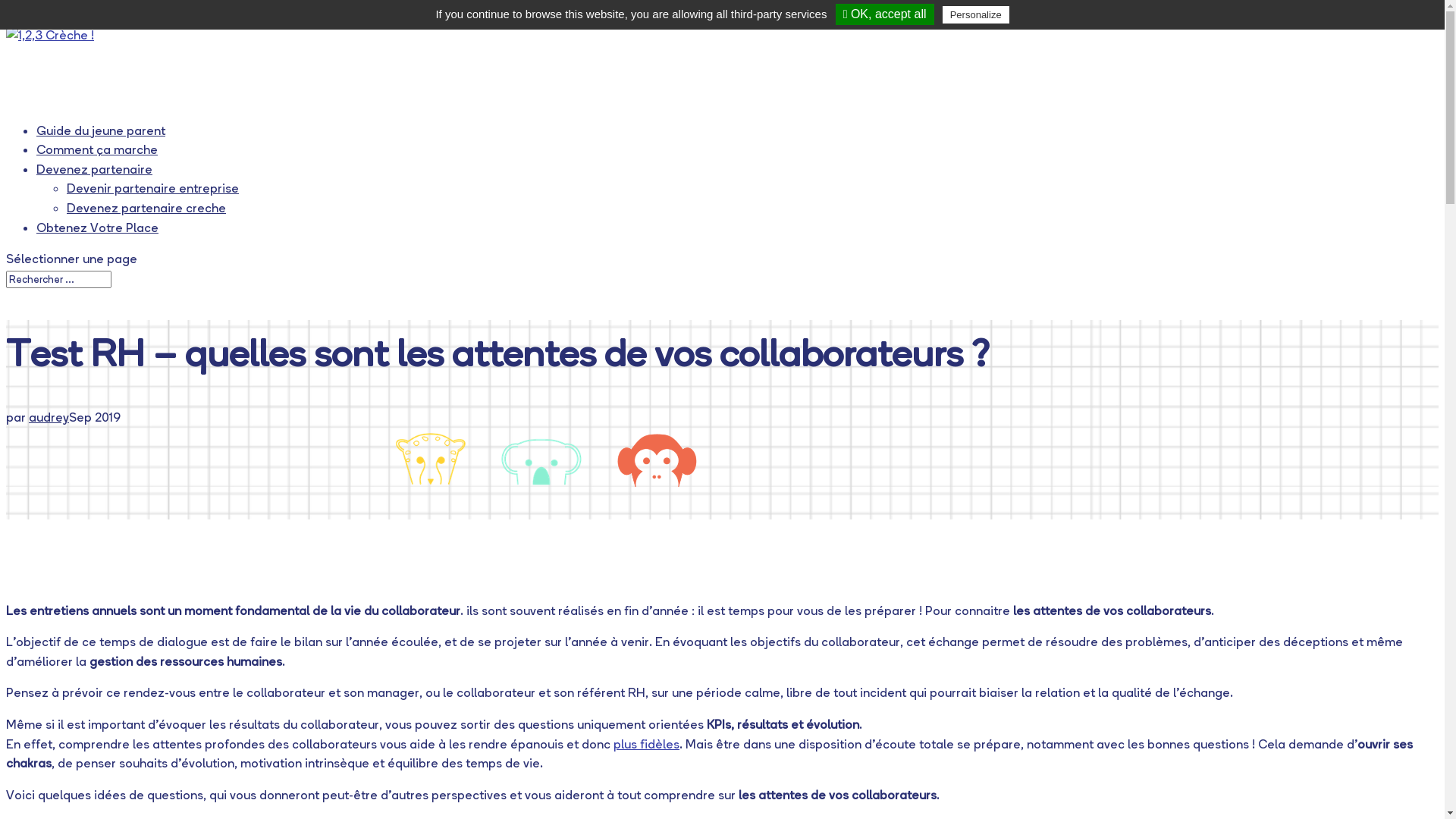 The image size is (1456, 819). What do you see at coordinates (146, 207) in the screenshot?
I see `'Devenez partenaire creche'` at bounding box center [146, 207].